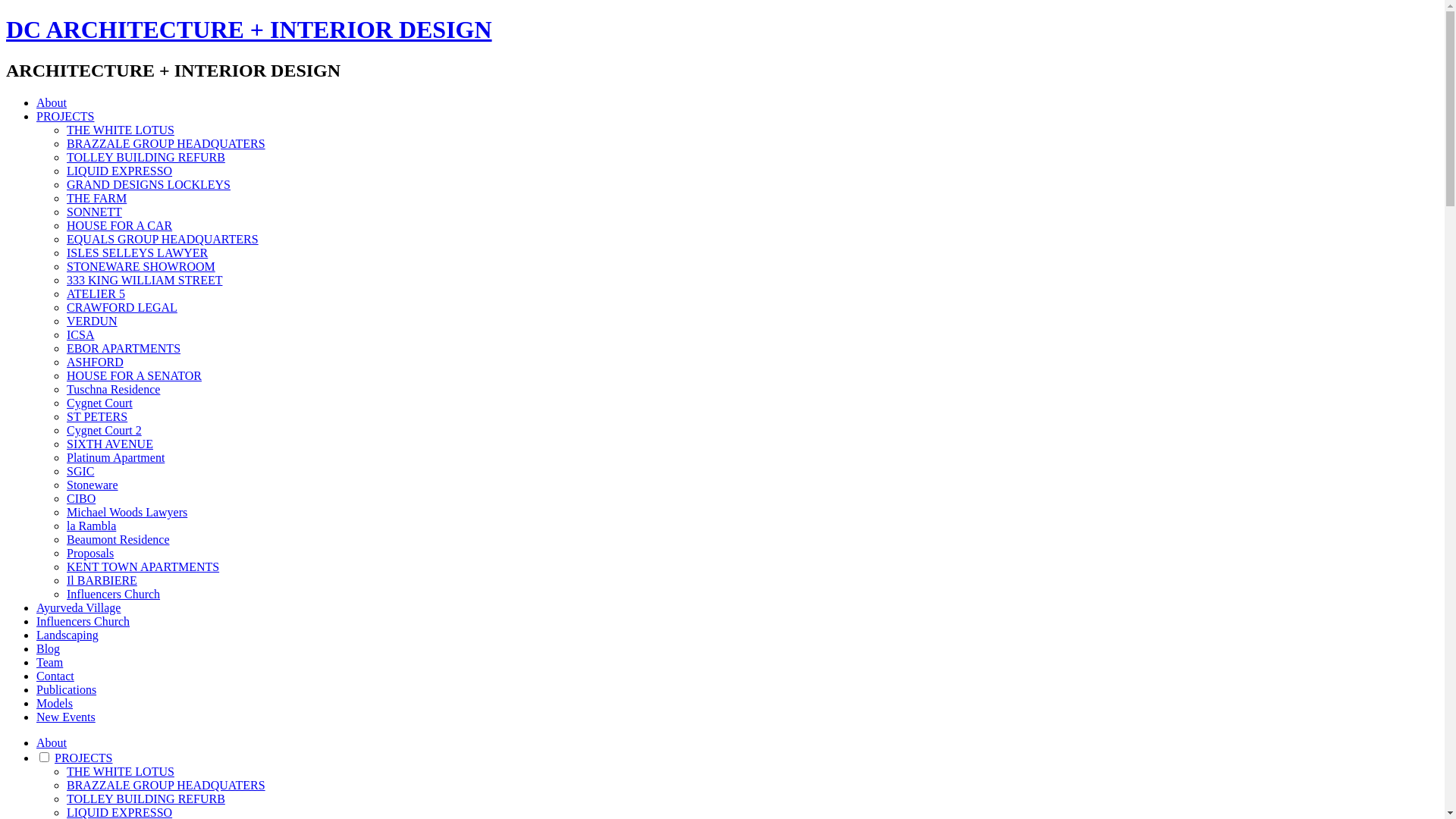 The image size is (1456, 819). I want to click on 'Models', so click(36, 703).